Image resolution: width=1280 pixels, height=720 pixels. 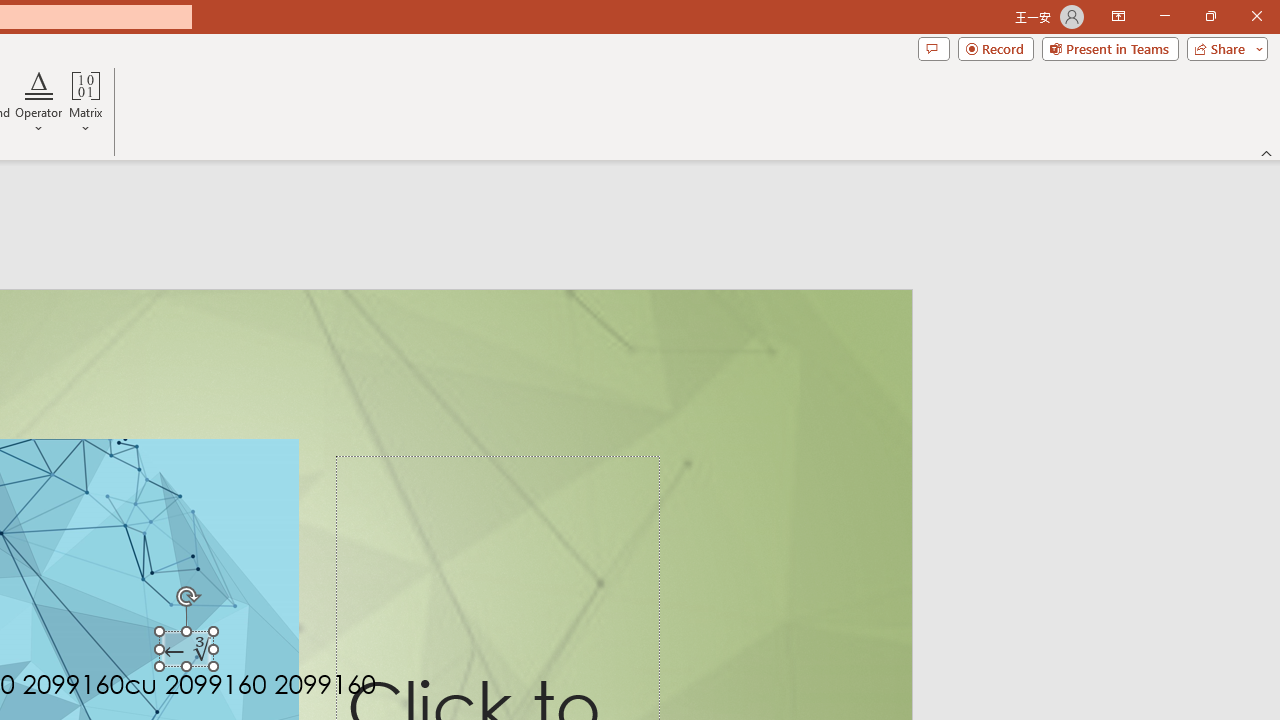 I want to click on 'Matrix', so click(x=85, y=103).